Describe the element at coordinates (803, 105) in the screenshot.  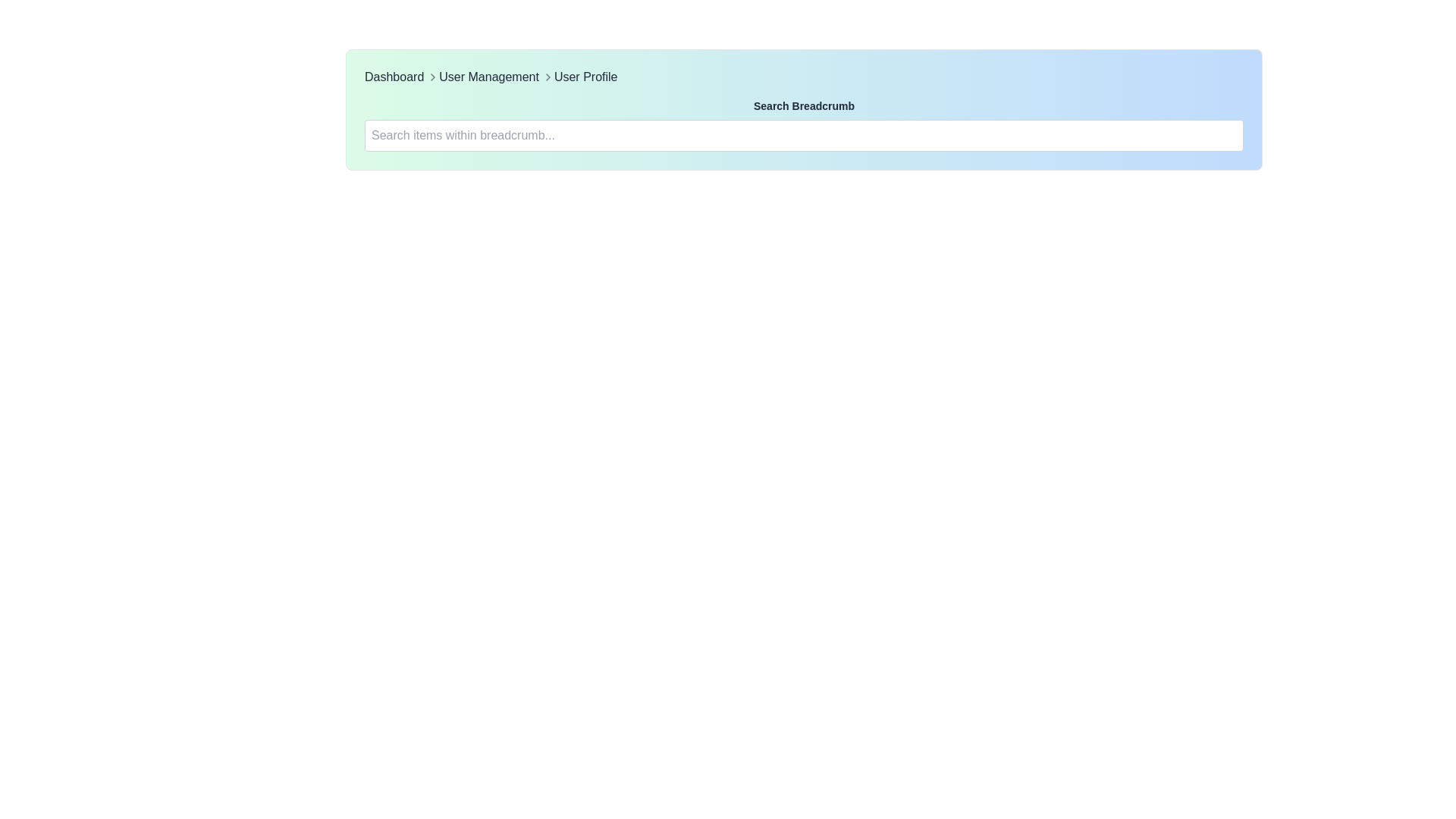
I see `the descriptive Text label located above the search input field labeled 'Search items within breadcrumb...'` at that location.